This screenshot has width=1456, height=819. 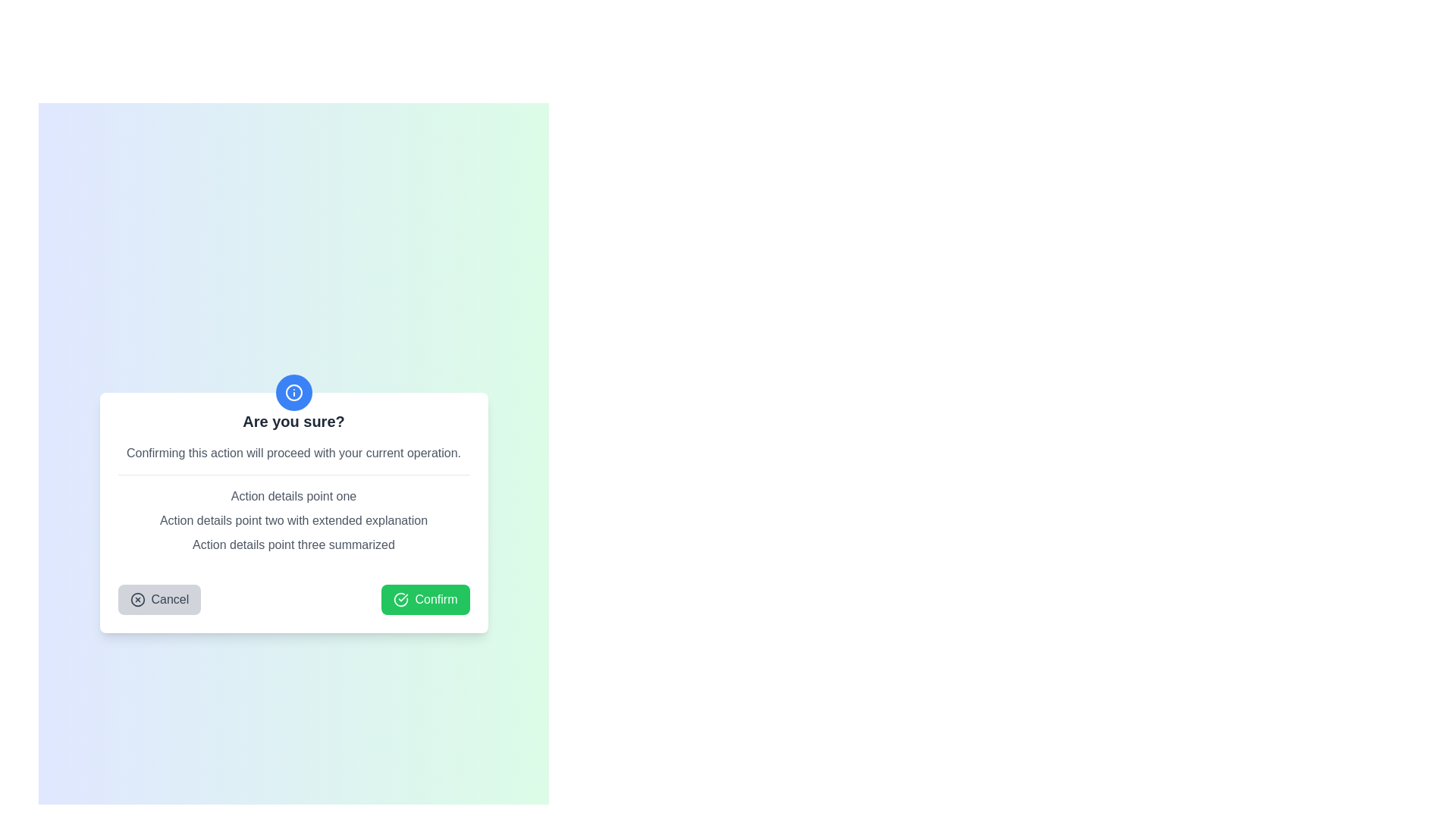 I want to click on the SVG Circle element, which is part of an informational or decorative icon located near the bottom left of the modal prompt, adjacent to the 'Cancel' button, so click(x=137, y=598).